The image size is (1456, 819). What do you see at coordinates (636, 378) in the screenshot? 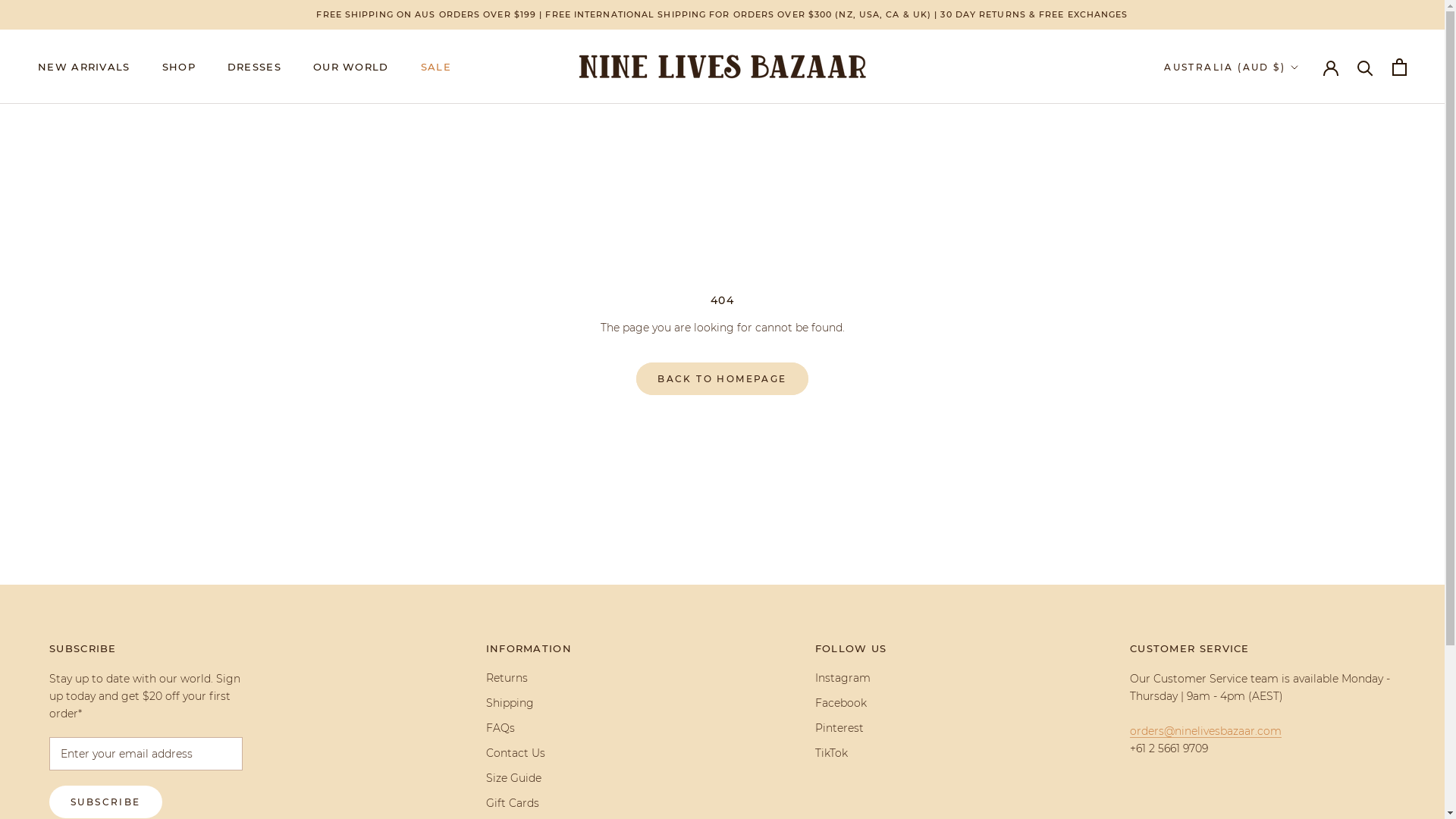
I see `'BACK TO HOMEPAGE'` at bounding box center [636, 378].